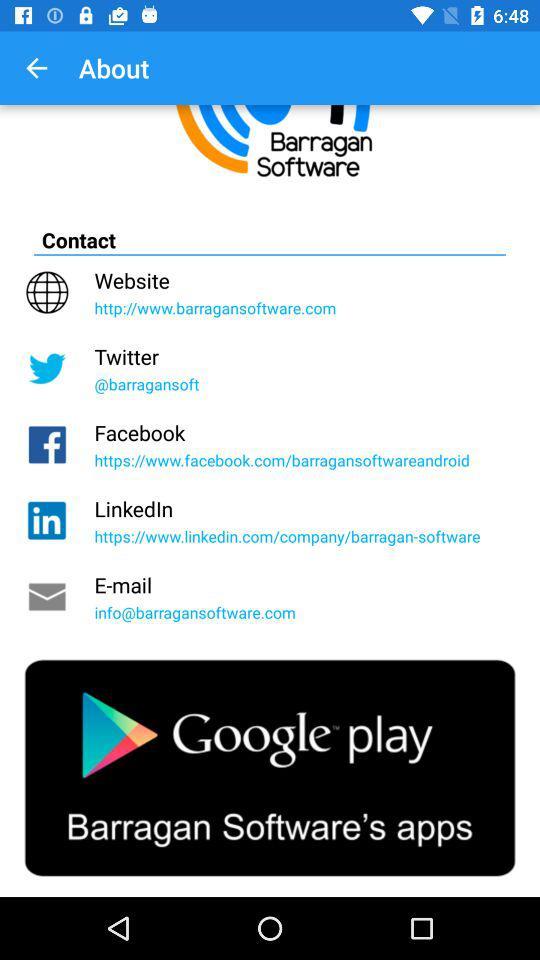 Image resolution: width=540 pixels, height=960 pixels. I want to click on option above facebook, so click(270, 367).